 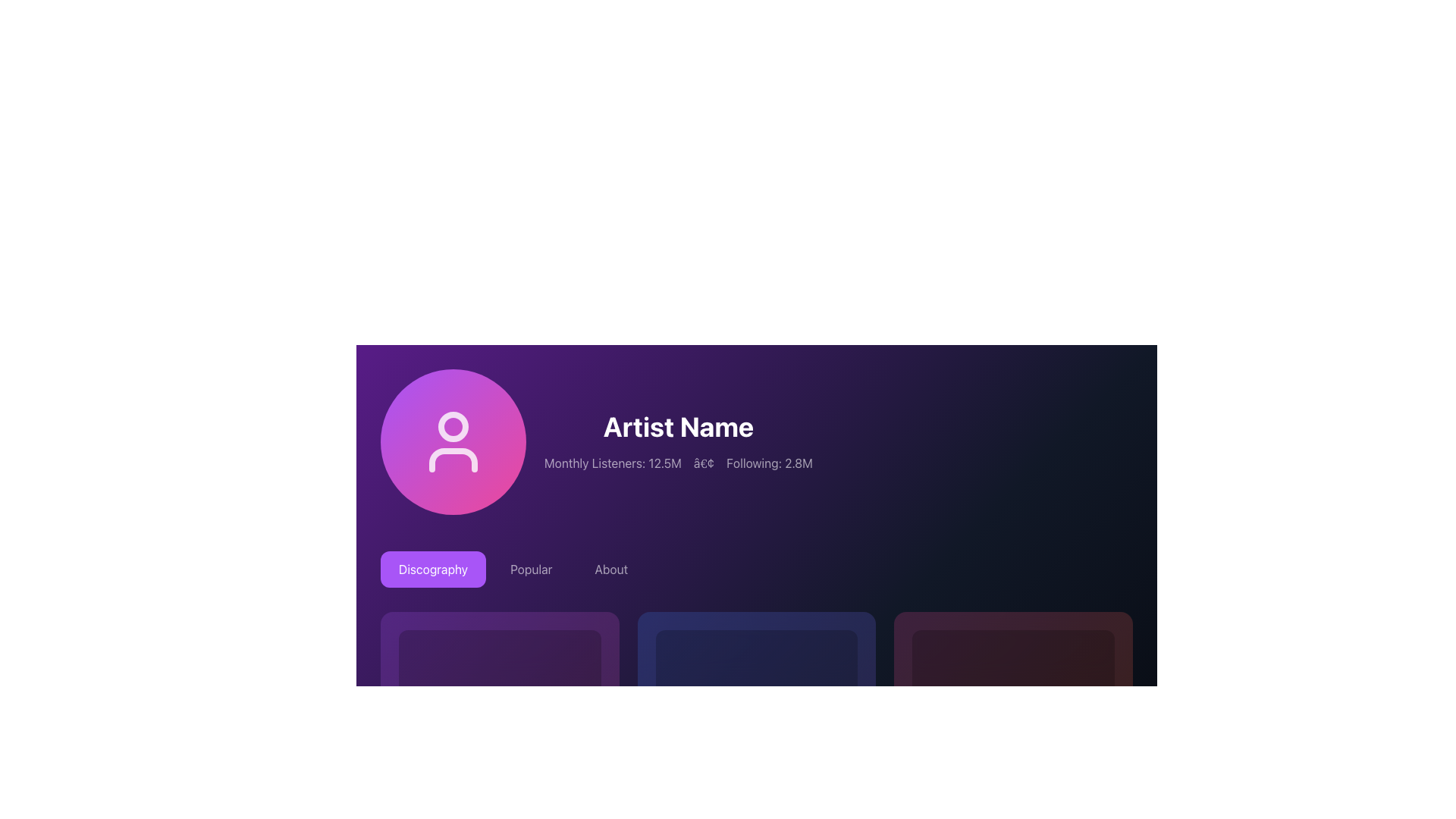 I want to click on the static text display showing 'Monthly Listeners: 12.5M', which is part of a compact horizontal information bar located on the left side before the dot separator, so click(x=613, y=462).